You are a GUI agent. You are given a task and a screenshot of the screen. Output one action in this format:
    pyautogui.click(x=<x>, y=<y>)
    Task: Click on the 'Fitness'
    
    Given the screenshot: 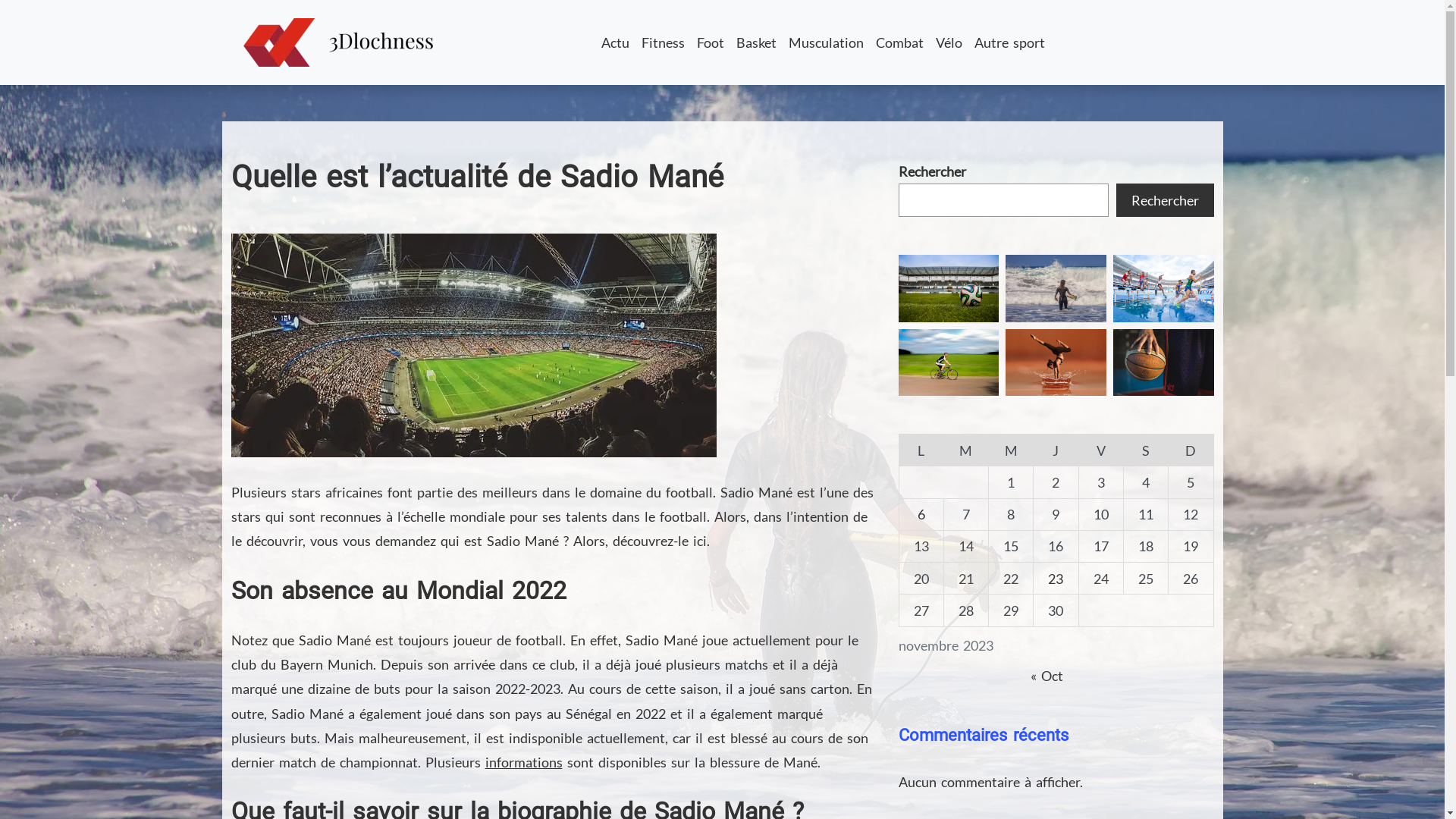 What is the action you would take?
    pyautogui.click(x=663, y=42)
    